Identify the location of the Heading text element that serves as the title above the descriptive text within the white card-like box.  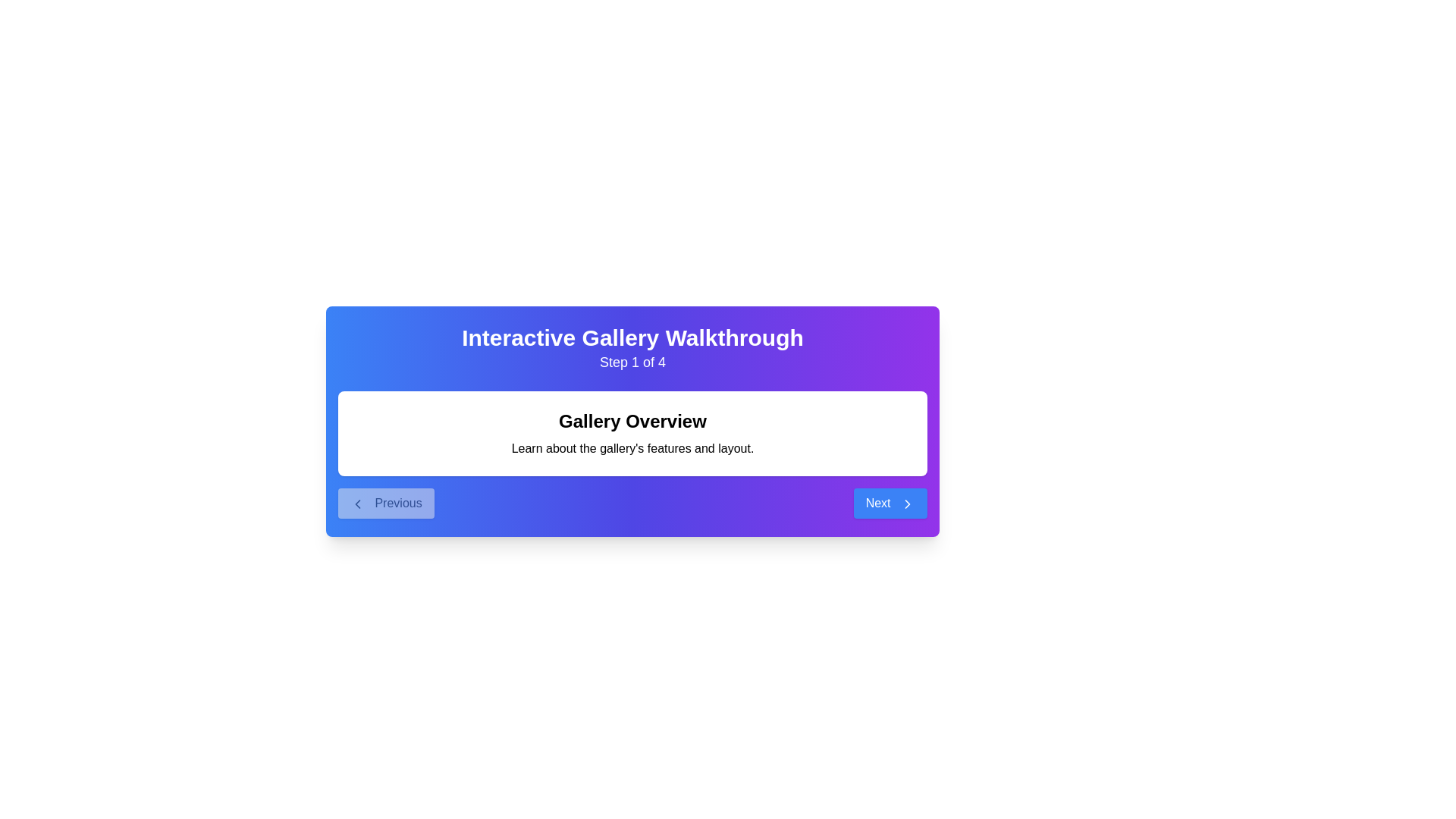
(632, 421).